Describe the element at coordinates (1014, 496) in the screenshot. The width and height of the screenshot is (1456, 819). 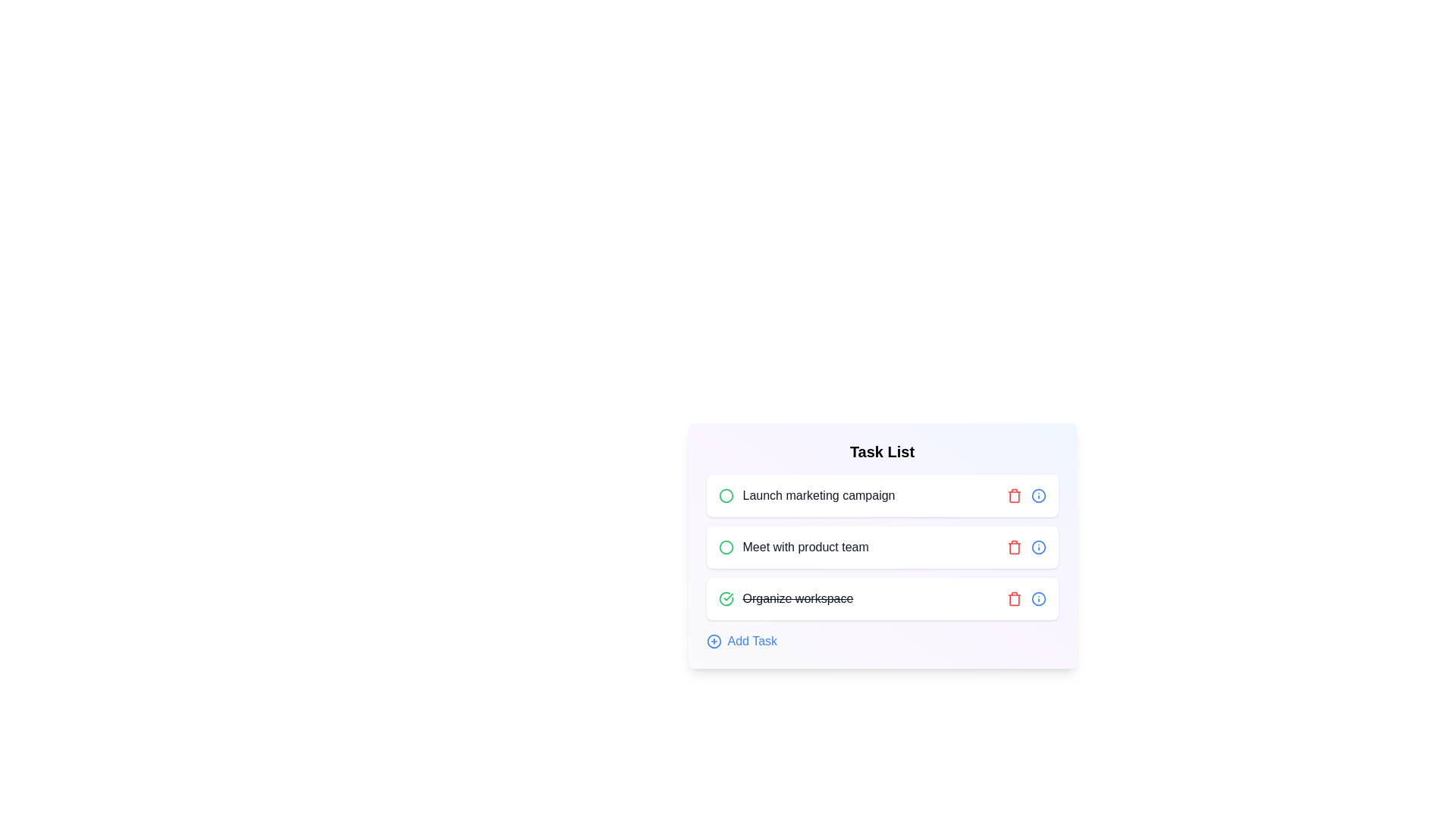
I see `the delete button of the task 'Launch marketing campaign'` at that location.